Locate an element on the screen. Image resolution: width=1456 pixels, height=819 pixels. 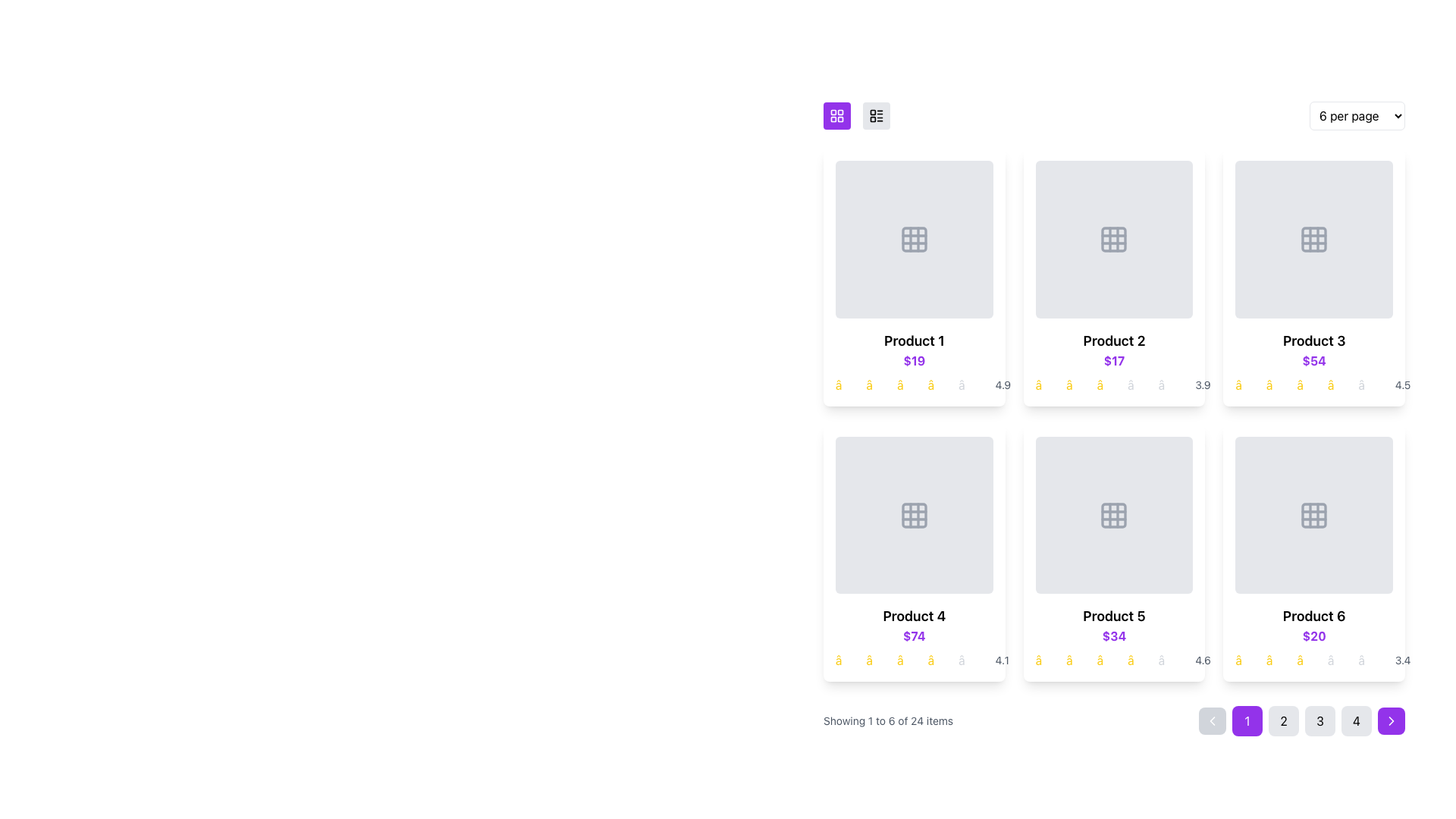
the second yellow star glyph in the five-star rating system under Product 6's card, which is located in the bottom-right corner of the grid layout is located at coordinates (1281, 660).